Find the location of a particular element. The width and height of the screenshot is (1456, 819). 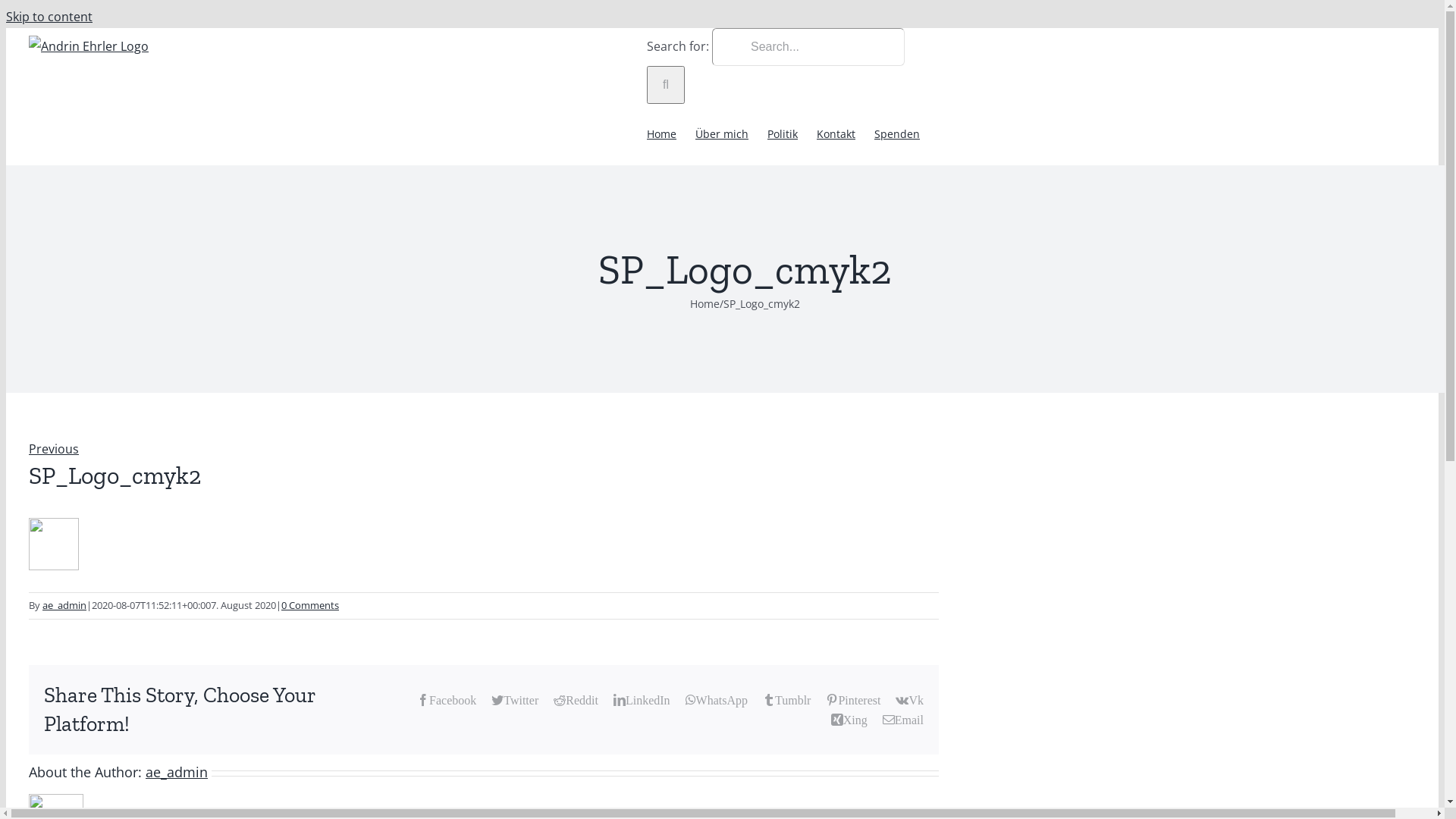

'WhatsApp' is located at coordinates (716, 699).